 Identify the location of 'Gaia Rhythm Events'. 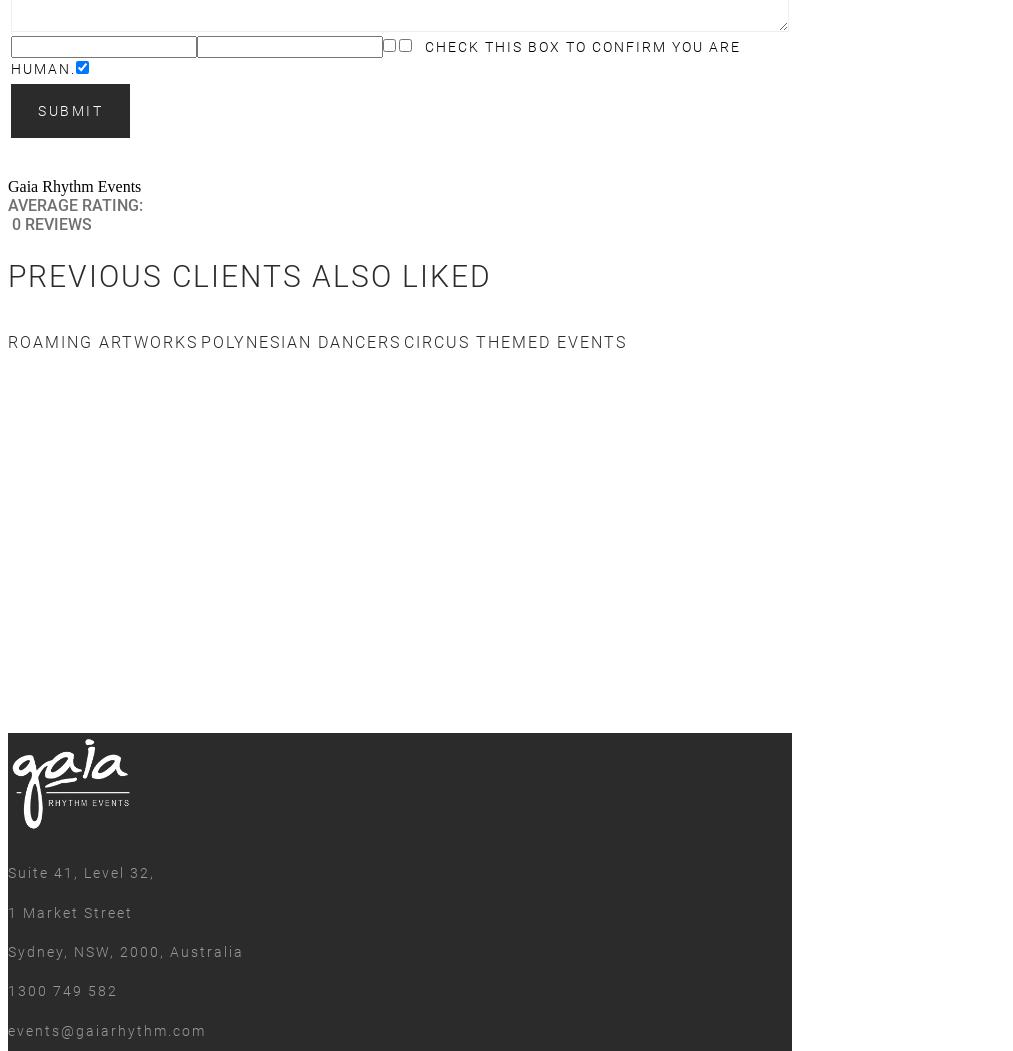
(73, 185).